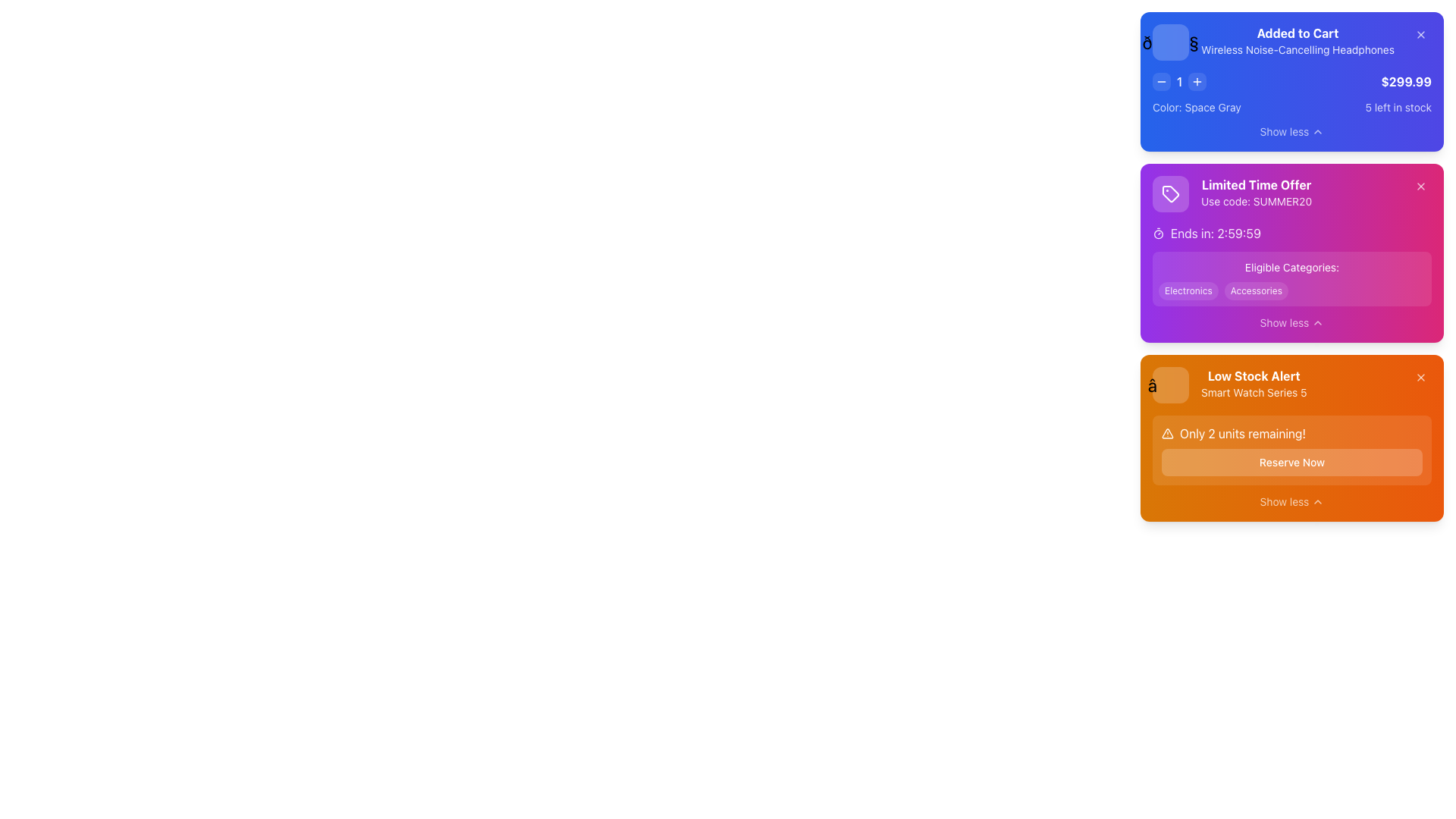 The image size is (1456, 819). I want to click on the timer icon located to the left of the text 'Ends in: 2:59:59' within the orange rectangular notification card titled 'Limited Time Offer.', so click(1157, 234).